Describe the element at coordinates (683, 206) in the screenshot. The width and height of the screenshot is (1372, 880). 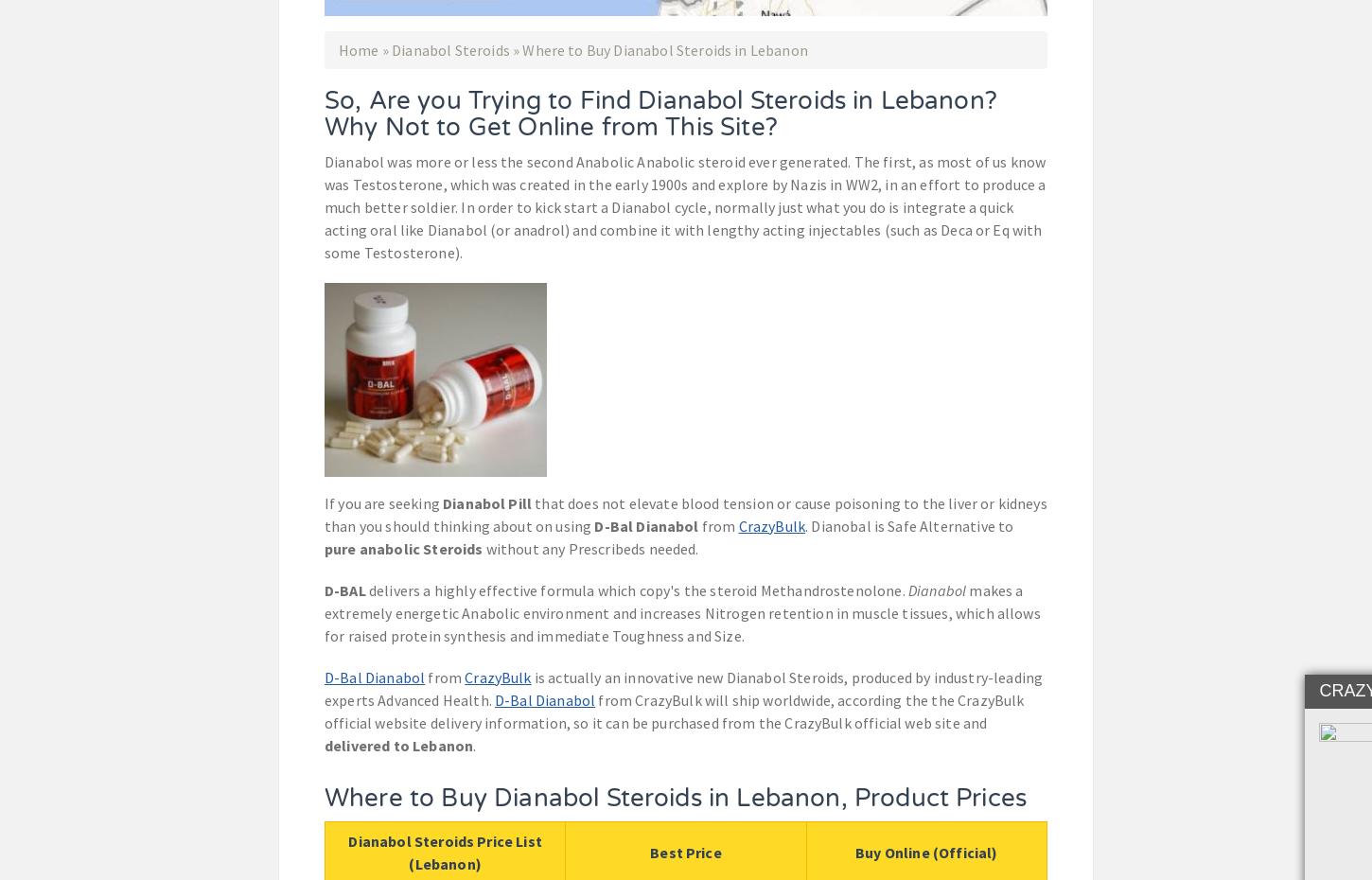
I see `'Dianabol was more or less the second Anabolic Anabolic steroid ever generated. The first, as most of us know was Testosterone, which was created in the early 1900s and explore by Nazis in WW2, in an effort to produce a much better soldier. In order to kick start a Dianabol cycle, normally just what you do is integrate a quick acting oral like Dianabol (or anadrol) and combine it with lengthy acting injectables (such as Deca or Eq with some Testosterone).'` at that location.